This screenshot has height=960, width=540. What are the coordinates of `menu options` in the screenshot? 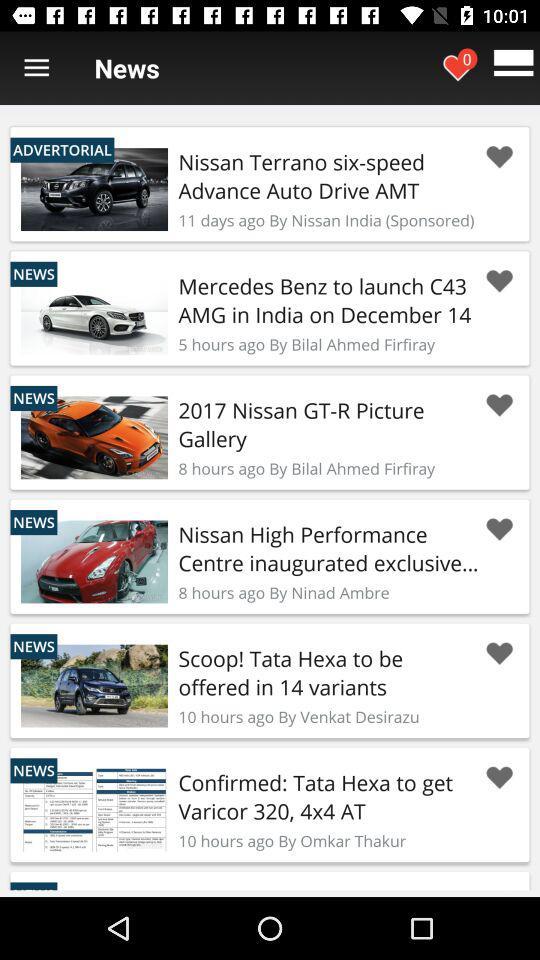 It's located at (36, 68).